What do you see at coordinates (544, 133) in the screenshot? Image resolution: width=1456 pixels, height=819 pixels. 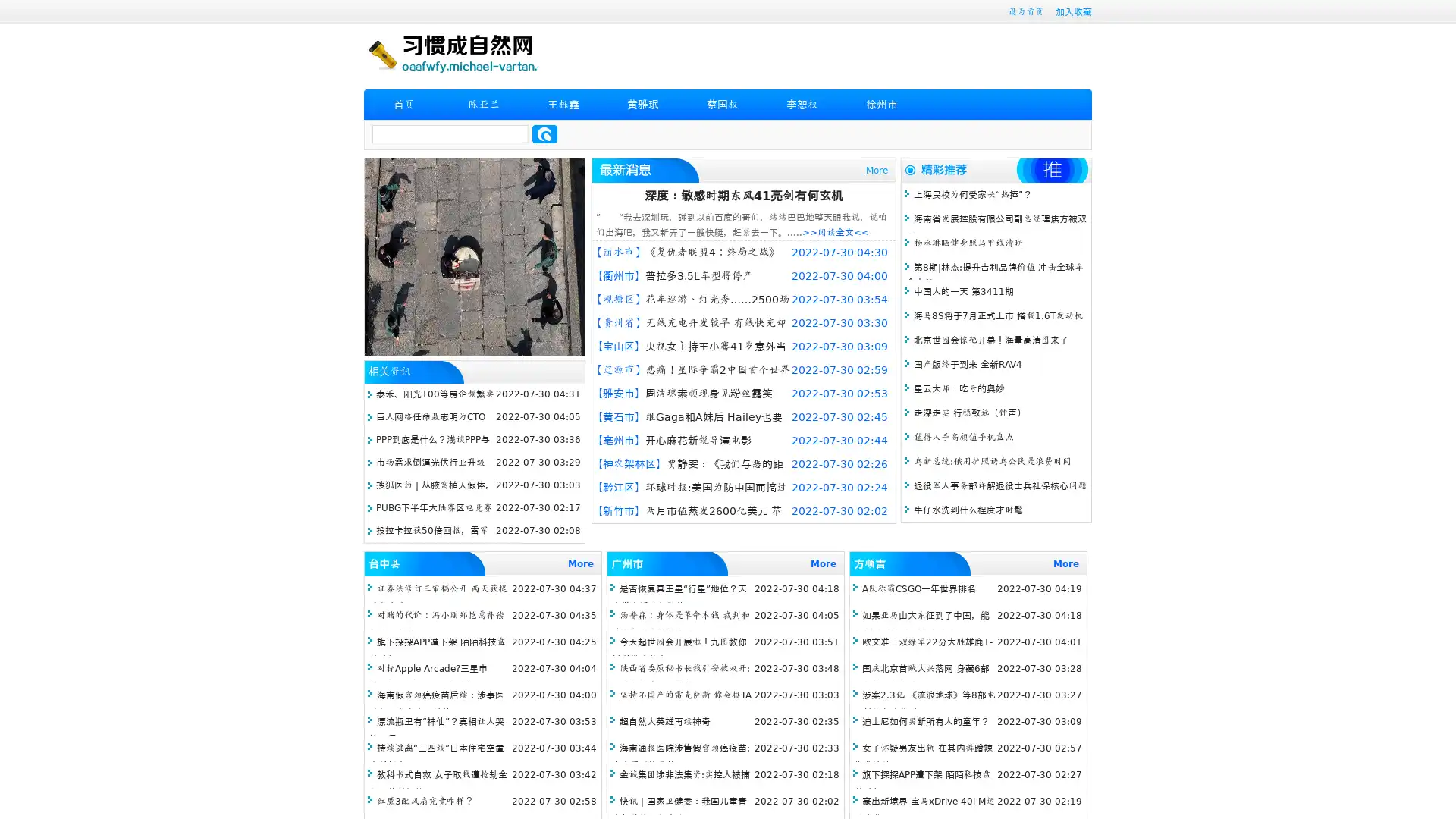 I see `Search` at bounding box center [544, 133].